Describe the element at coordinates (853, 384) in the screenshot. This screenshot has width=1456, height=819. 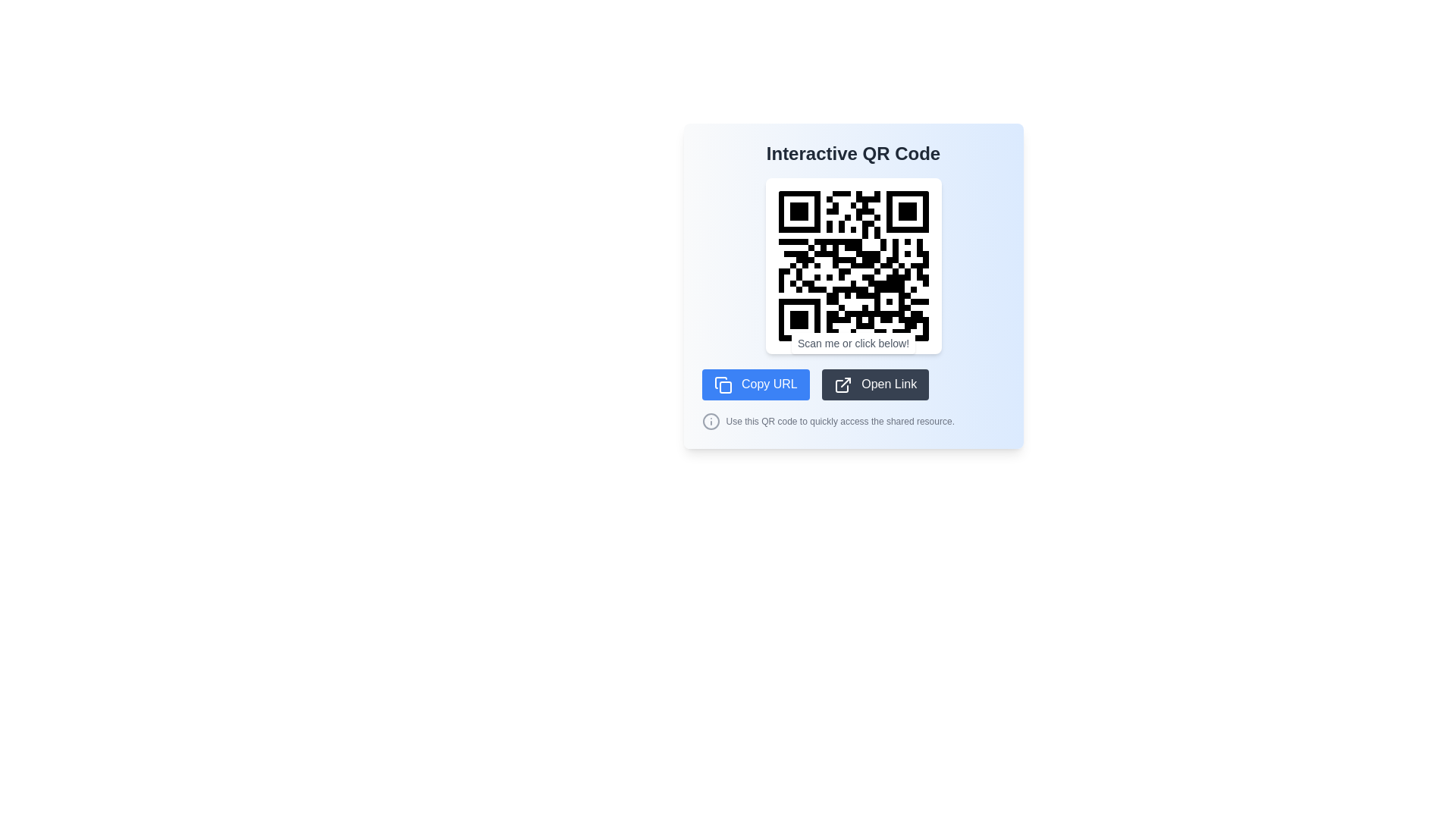
I see `the 'Open Link' button, which has a dark gray background with white text and an arrow icon indicating an external link, located to the right of the 'Copy URL' button` at that location.